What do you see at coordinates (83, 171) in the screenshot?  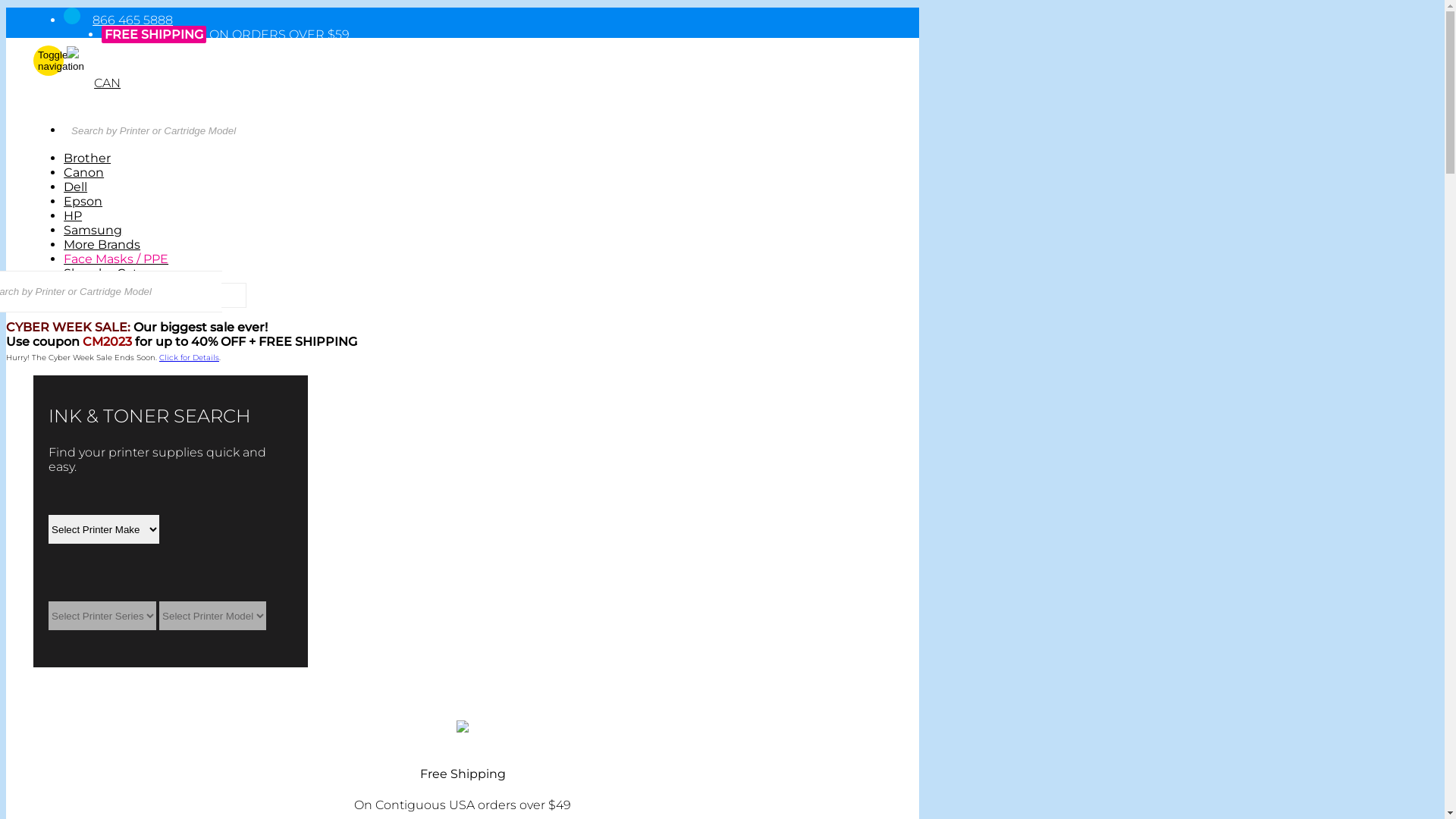 I see `'Canon'` at bounding box center [83, 171].